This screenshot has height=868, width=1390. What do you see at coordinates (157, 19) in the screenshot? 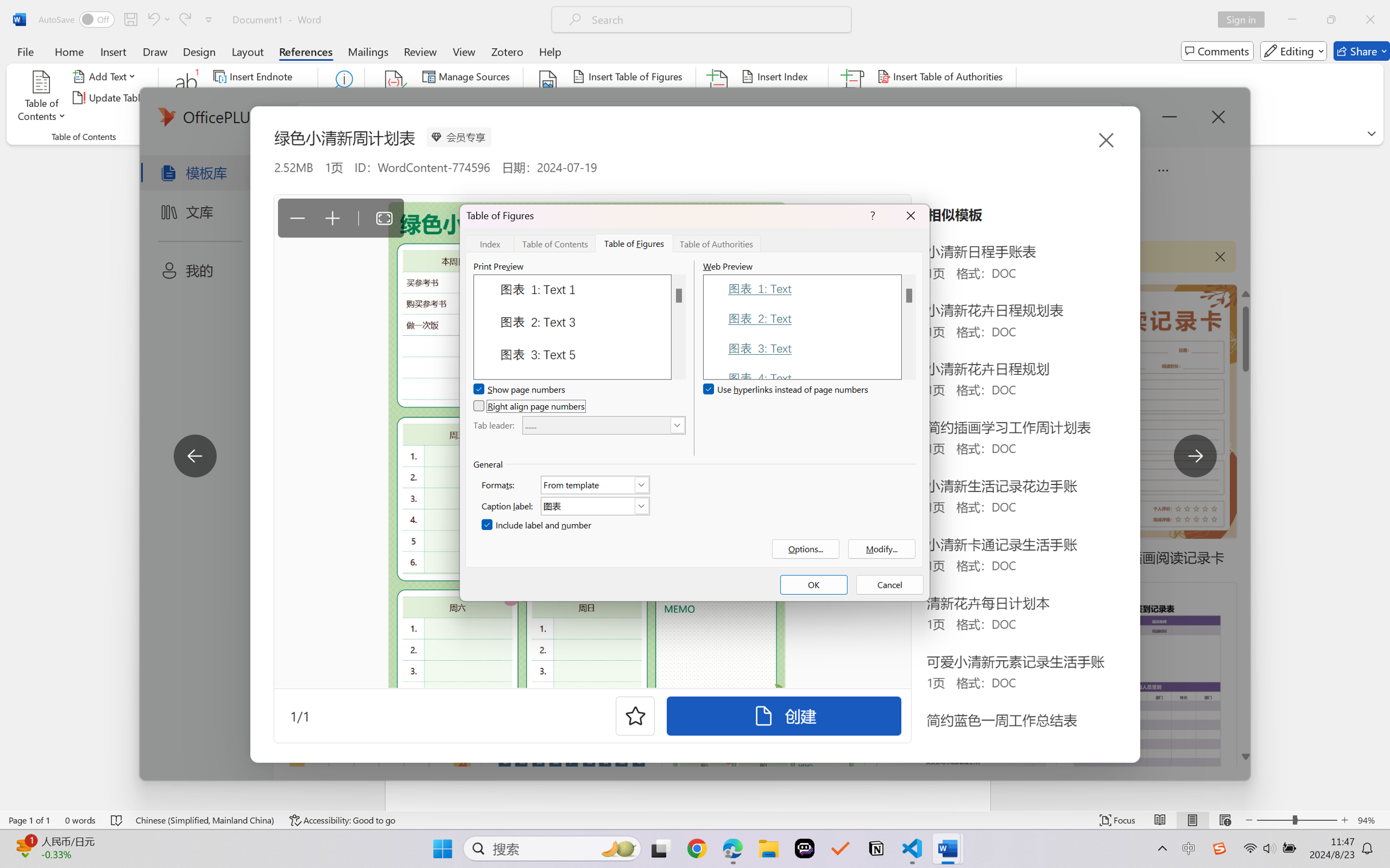
I see `'Undo Apply Quick Style Set'` at bounding box center [157, 19].